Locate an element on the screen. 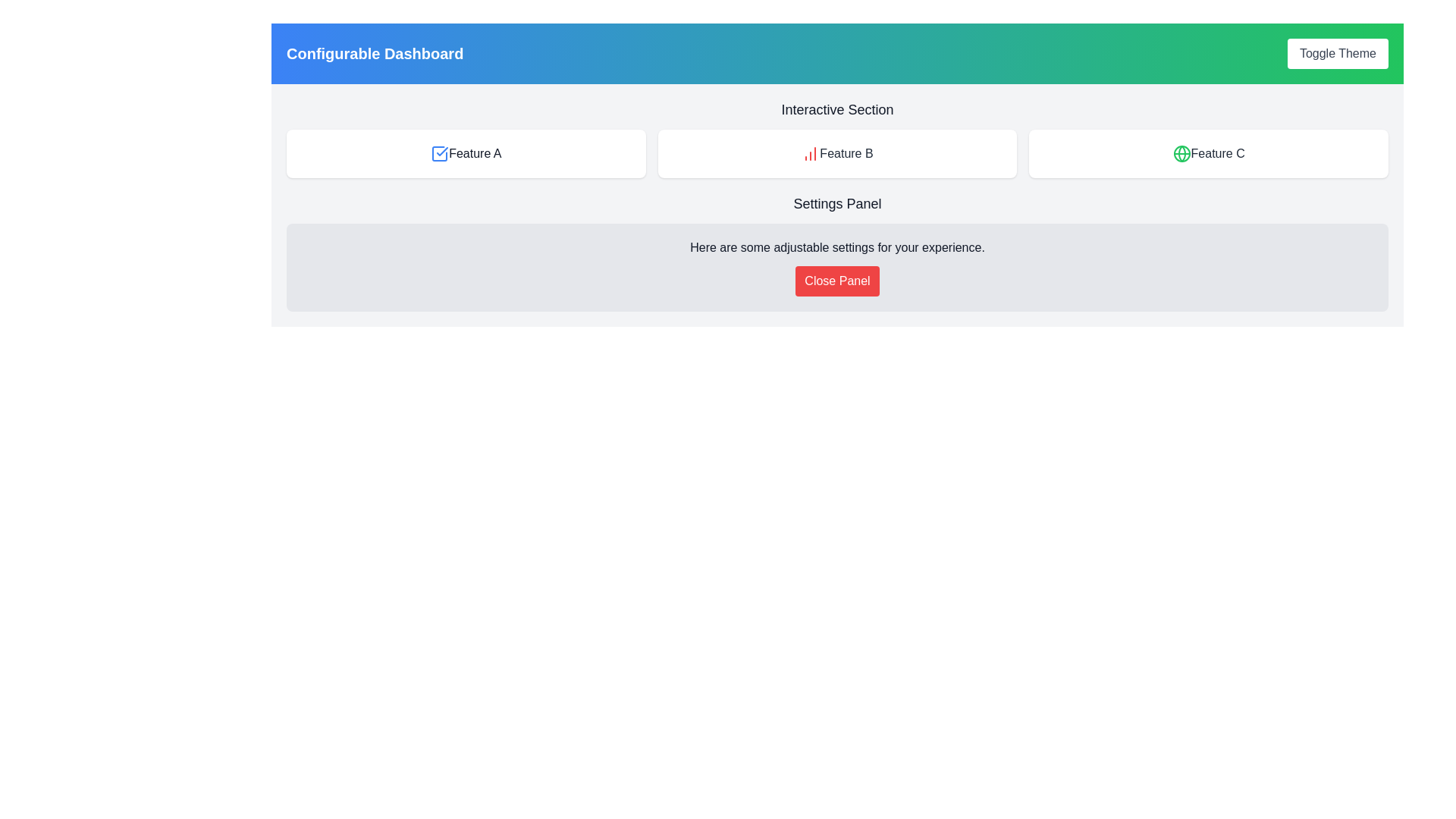 This screenshot has height=819, width=1456. properties of the Vector Graphic Icon indicating the enabled or selected status of the feature labeled 'Feature A', located to the left of the text label is located at coordinates (439, 154).